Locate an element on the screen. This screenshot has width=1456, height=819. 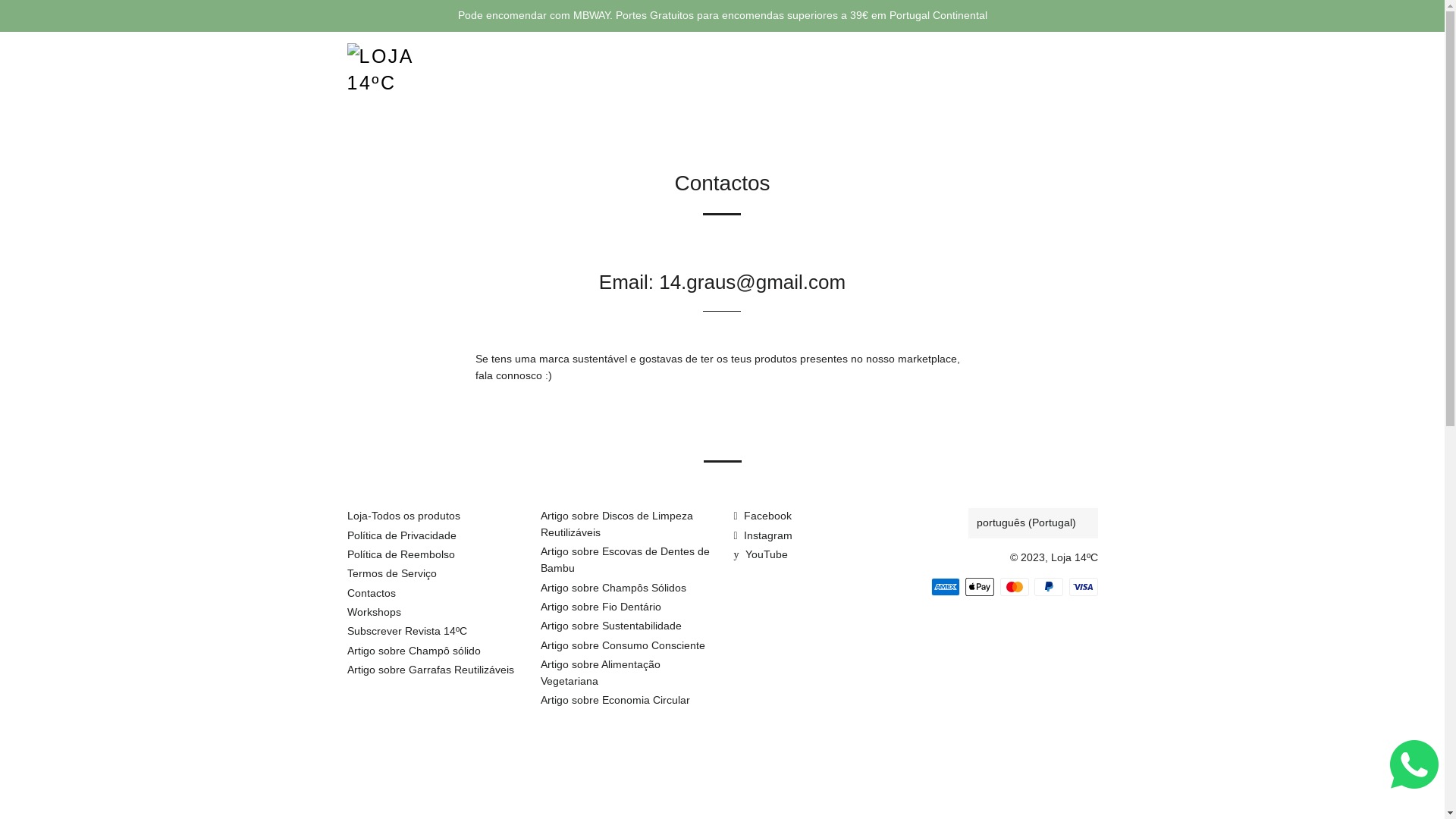
'Workshops' is located at coordinates (374, 610).